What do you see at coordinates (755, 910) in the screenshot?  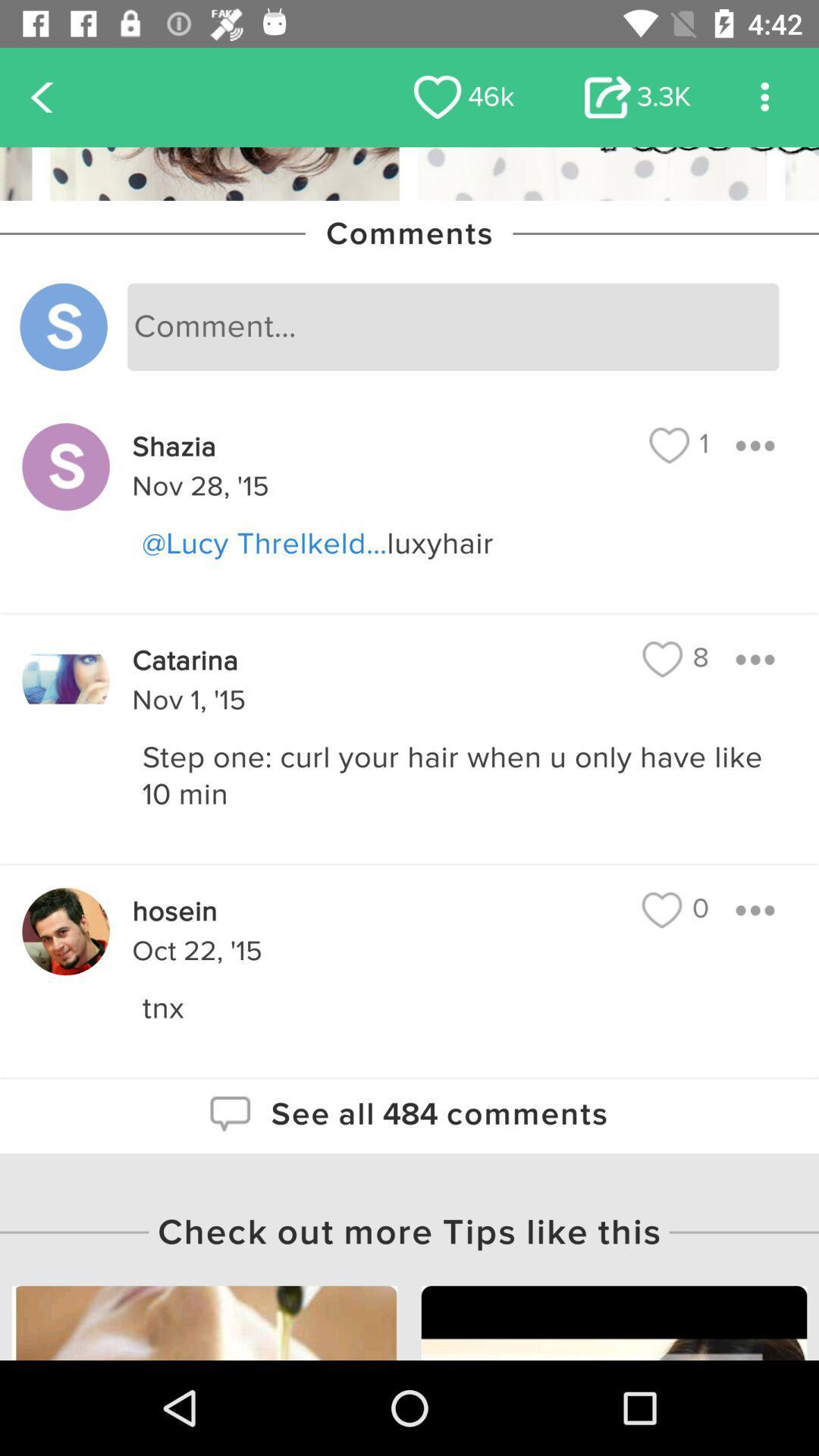 I see `click button` at bounding box center [755, 910].